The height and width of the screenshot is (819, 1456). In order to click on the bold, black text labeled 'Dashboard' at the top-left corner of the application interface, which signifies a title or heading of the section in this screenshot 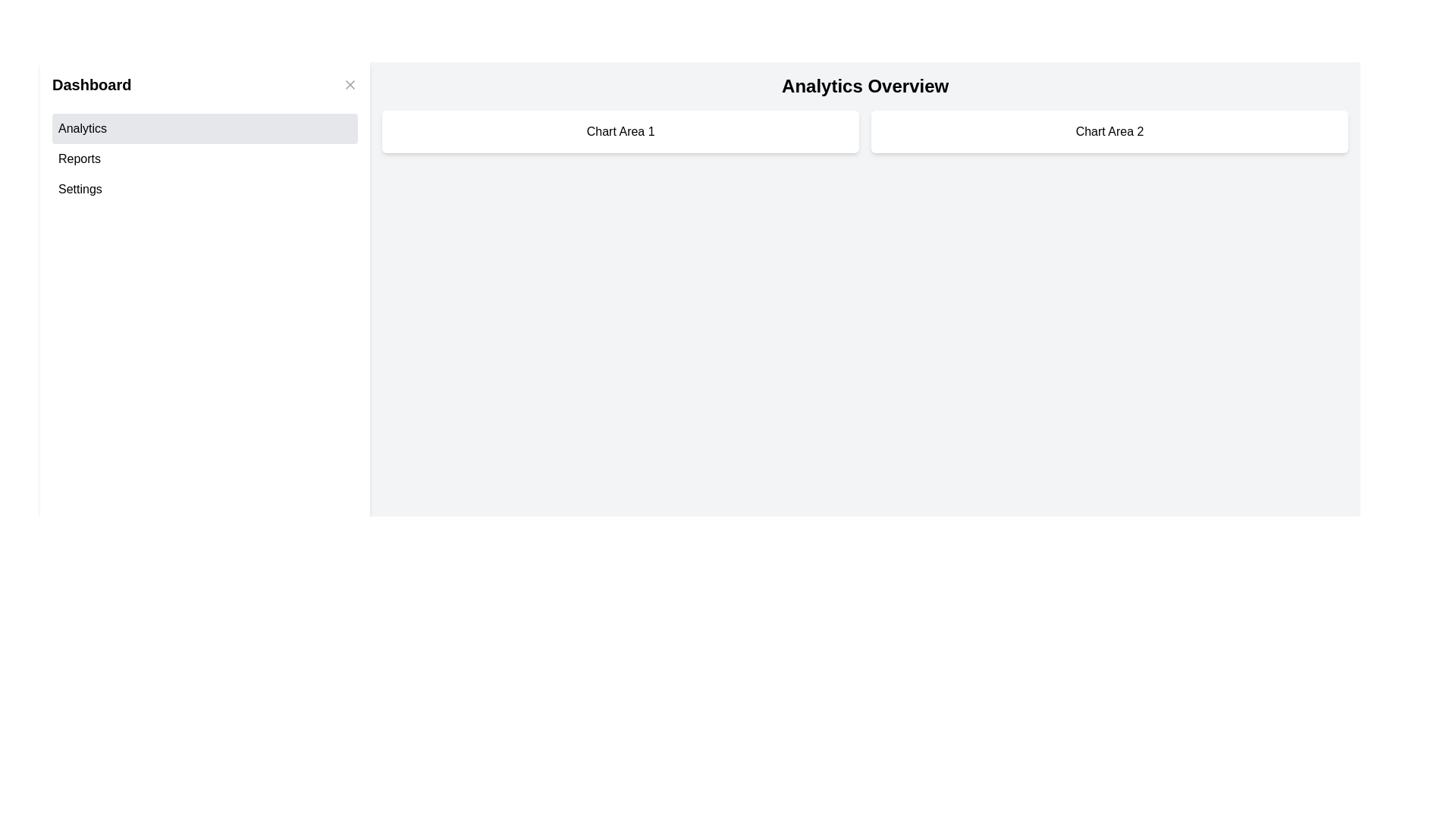, I will do `click(91, 84)`.